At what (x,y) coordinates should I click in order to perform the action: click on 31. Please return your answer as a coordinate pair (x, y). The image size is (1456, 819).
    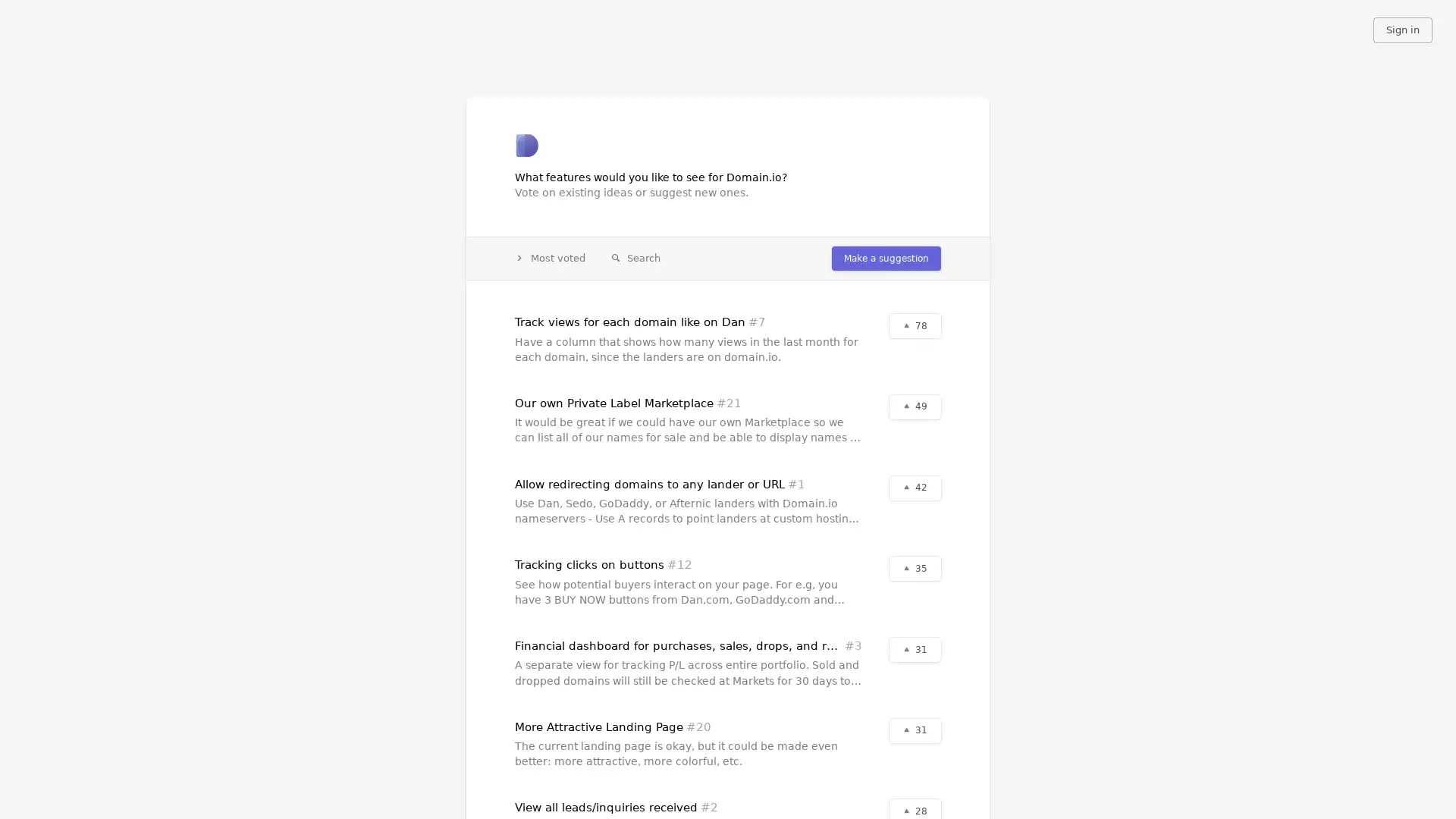
    Looking at the image, I should click on (914, 730).